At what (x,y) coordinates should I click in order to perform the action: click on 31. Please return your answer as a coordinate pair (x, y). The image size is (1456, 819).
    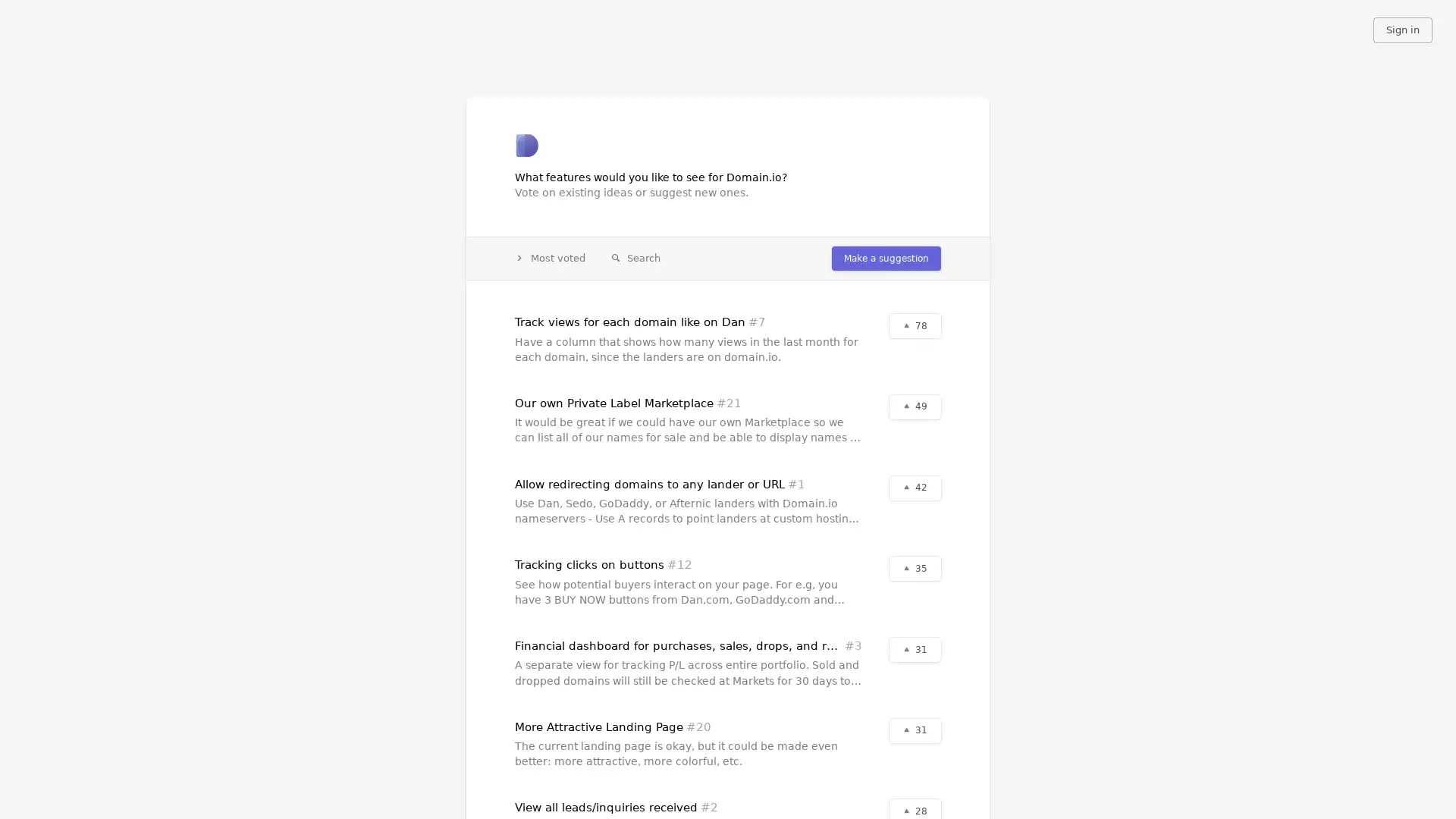
    Looking at the image, I should click on (914, 730).